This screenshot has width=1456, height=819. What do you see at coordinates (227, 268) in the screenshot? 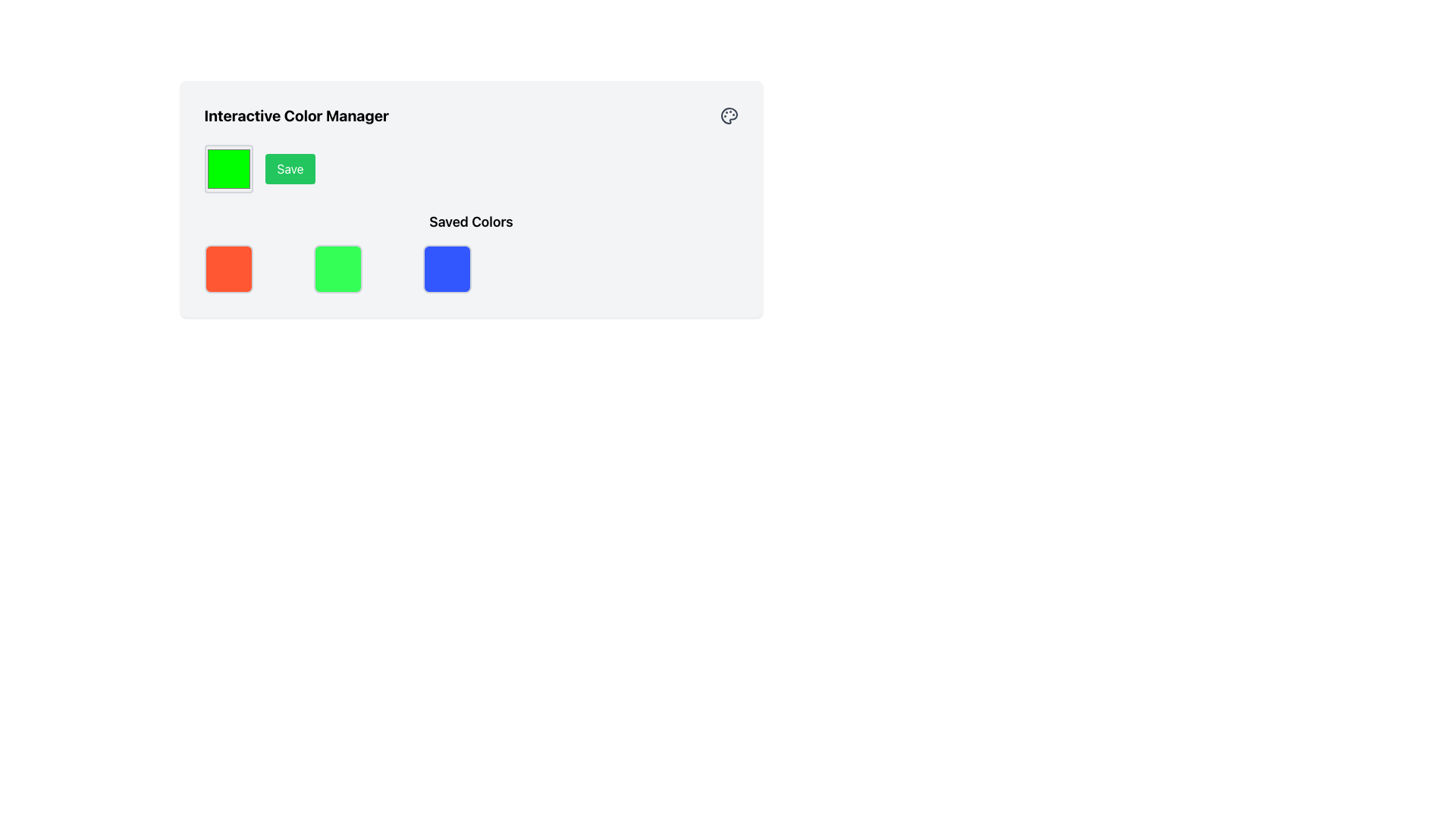
I see `the first square in the 'Interactive Color Manager' interface, which is a square-shaped UI component filled with bright orange color and has a light gray rounded border` at bounding box center [227, 268].